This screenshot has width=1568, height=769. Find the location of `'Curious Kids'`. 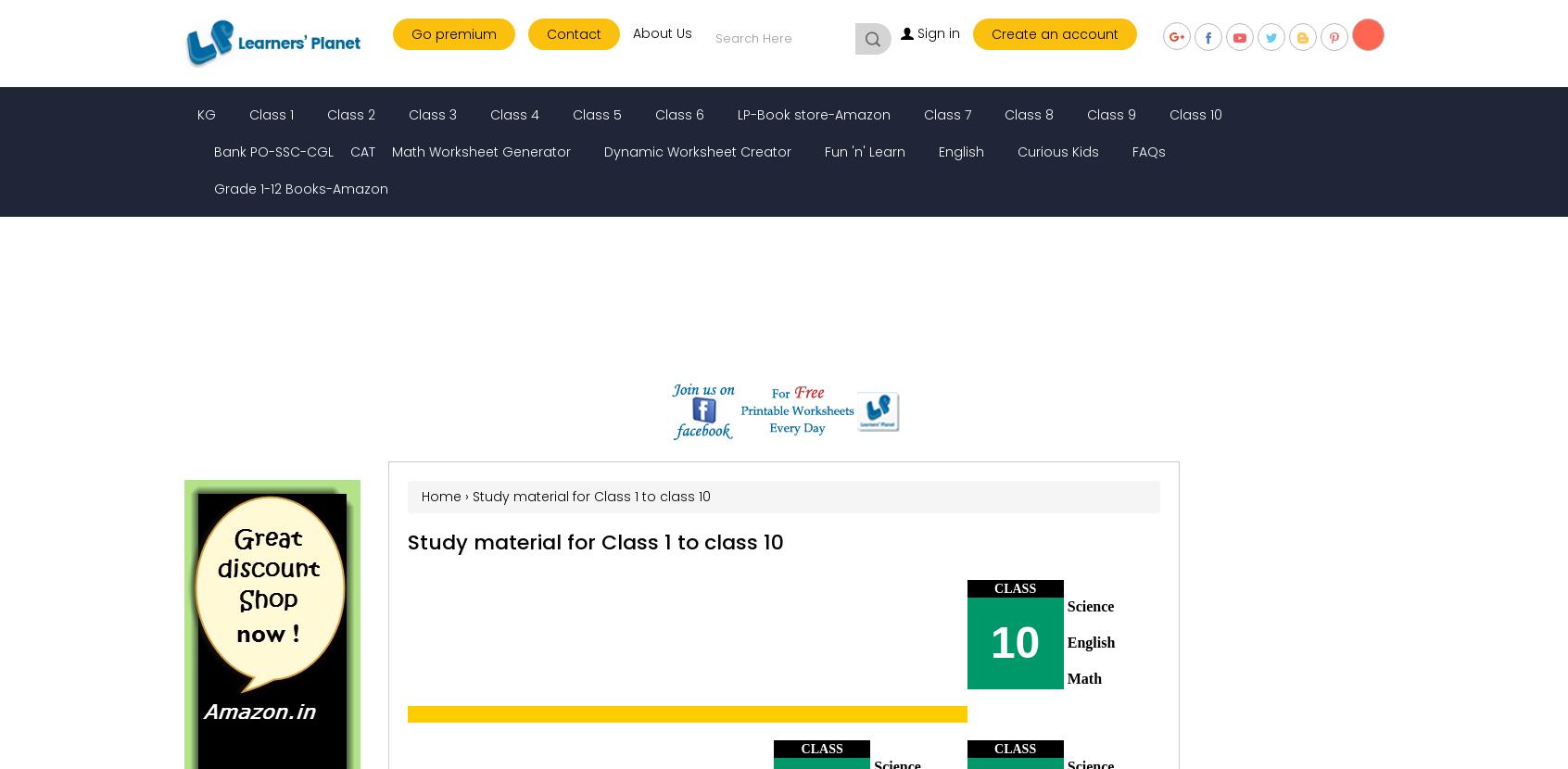

'Curious Kids' is located at coordinates (1056, 151).